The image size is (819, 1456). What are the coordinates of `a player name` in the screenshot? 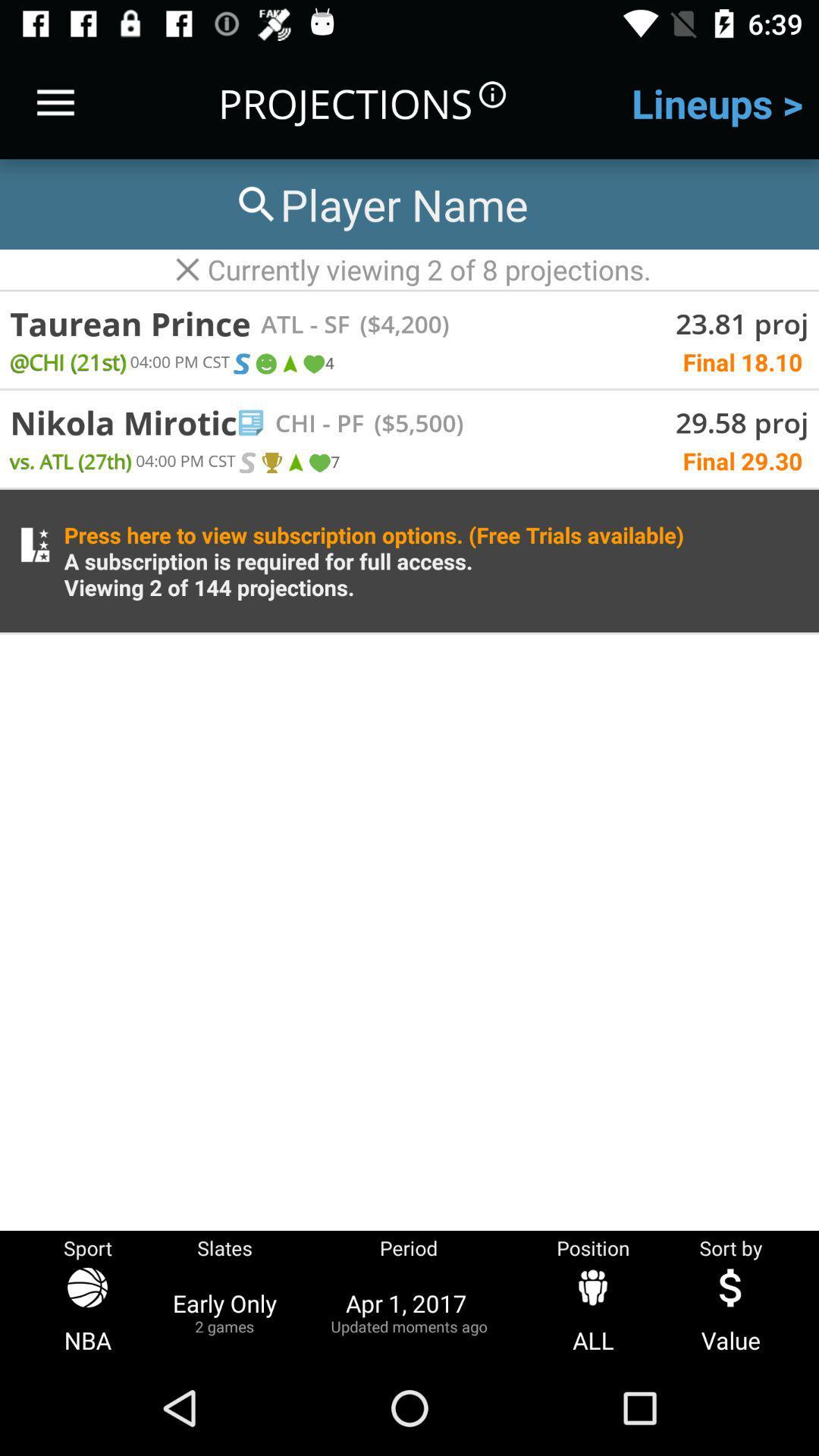 It's located at (379, 203).